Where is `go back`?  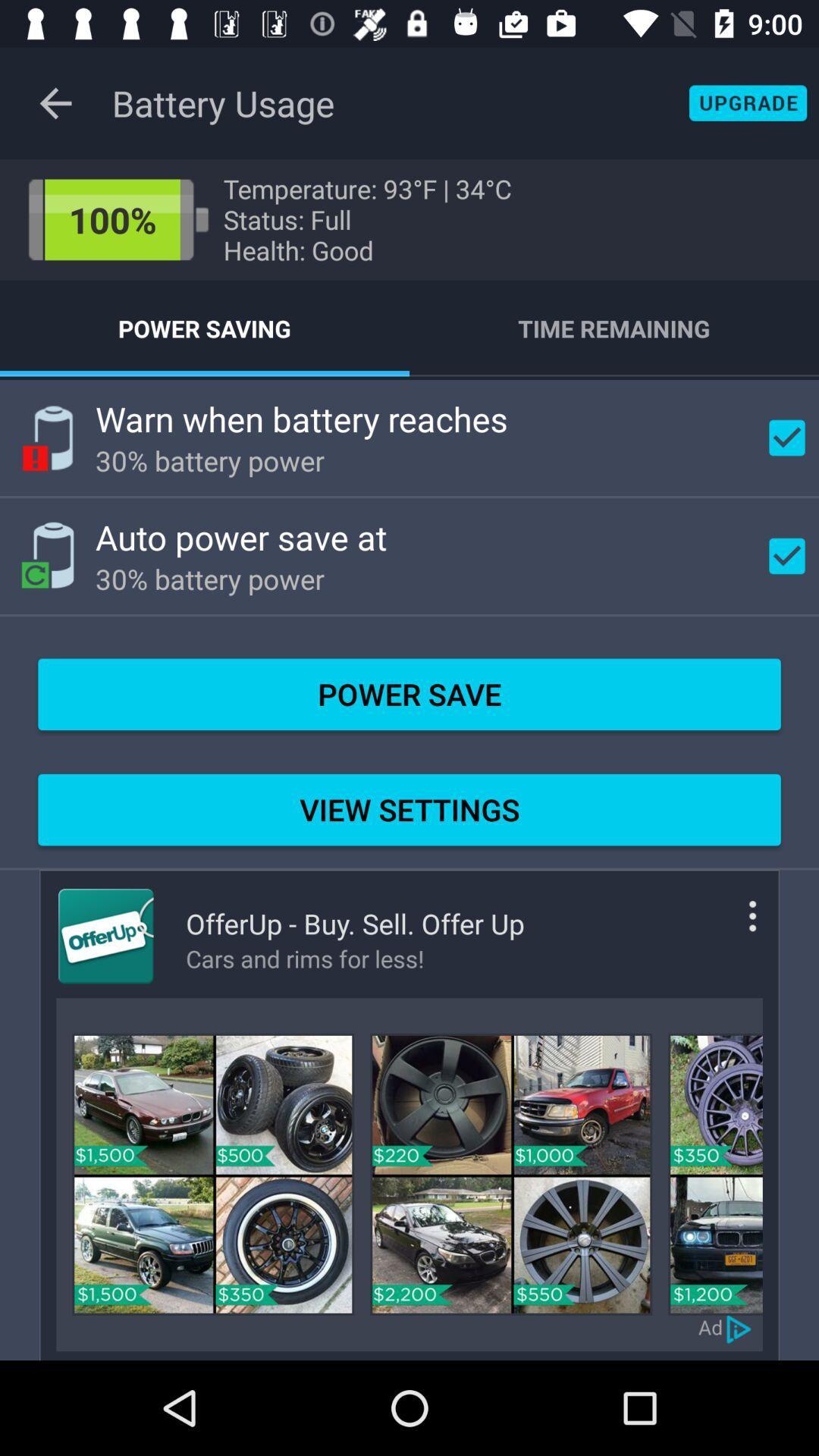 go back is located at coordinates (739, 1326).